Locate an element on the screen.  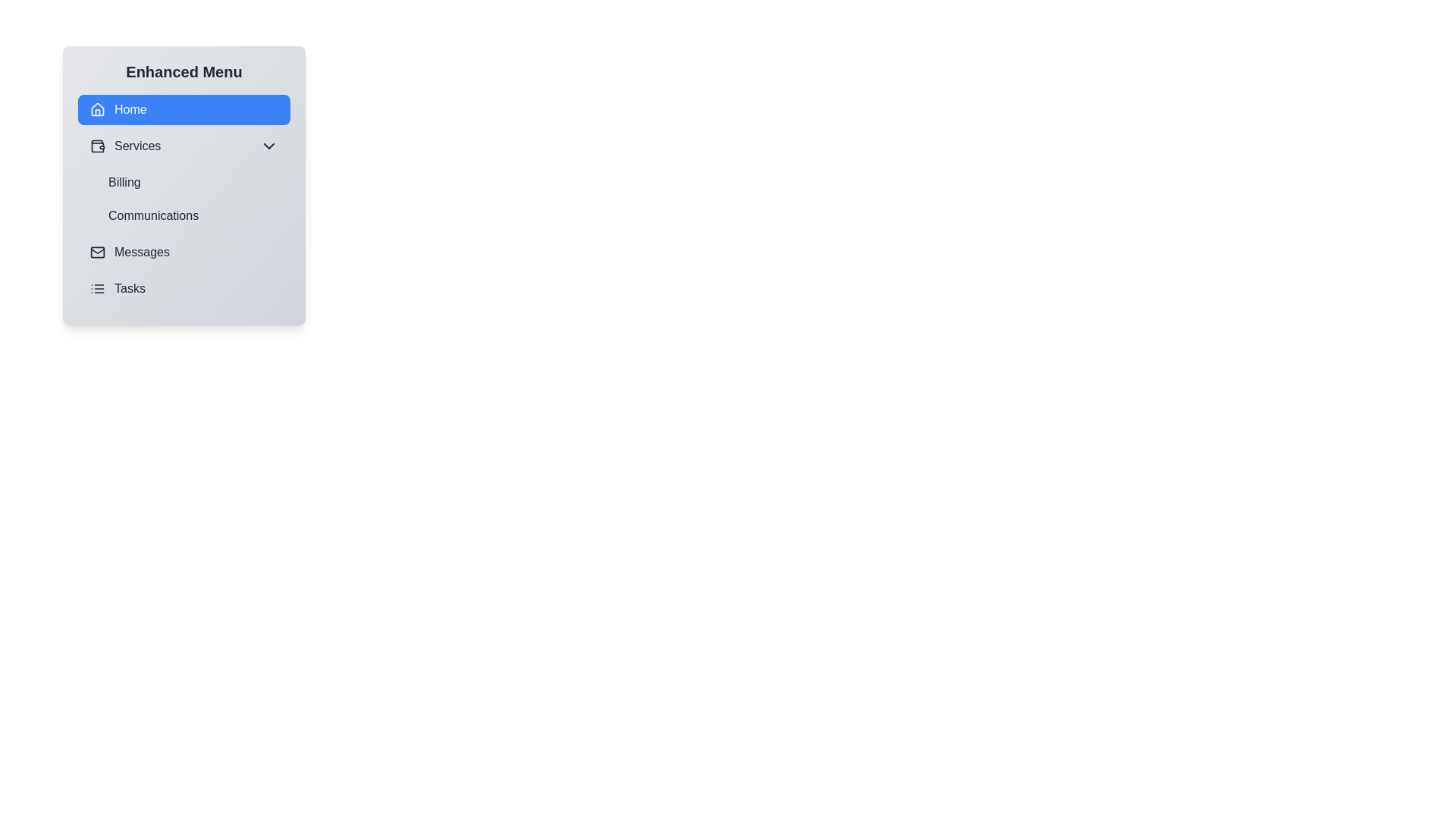
the 'Services' menu item link, which is the second entry in the vertical menu below 'Home' is located at coordinates (125, 146).